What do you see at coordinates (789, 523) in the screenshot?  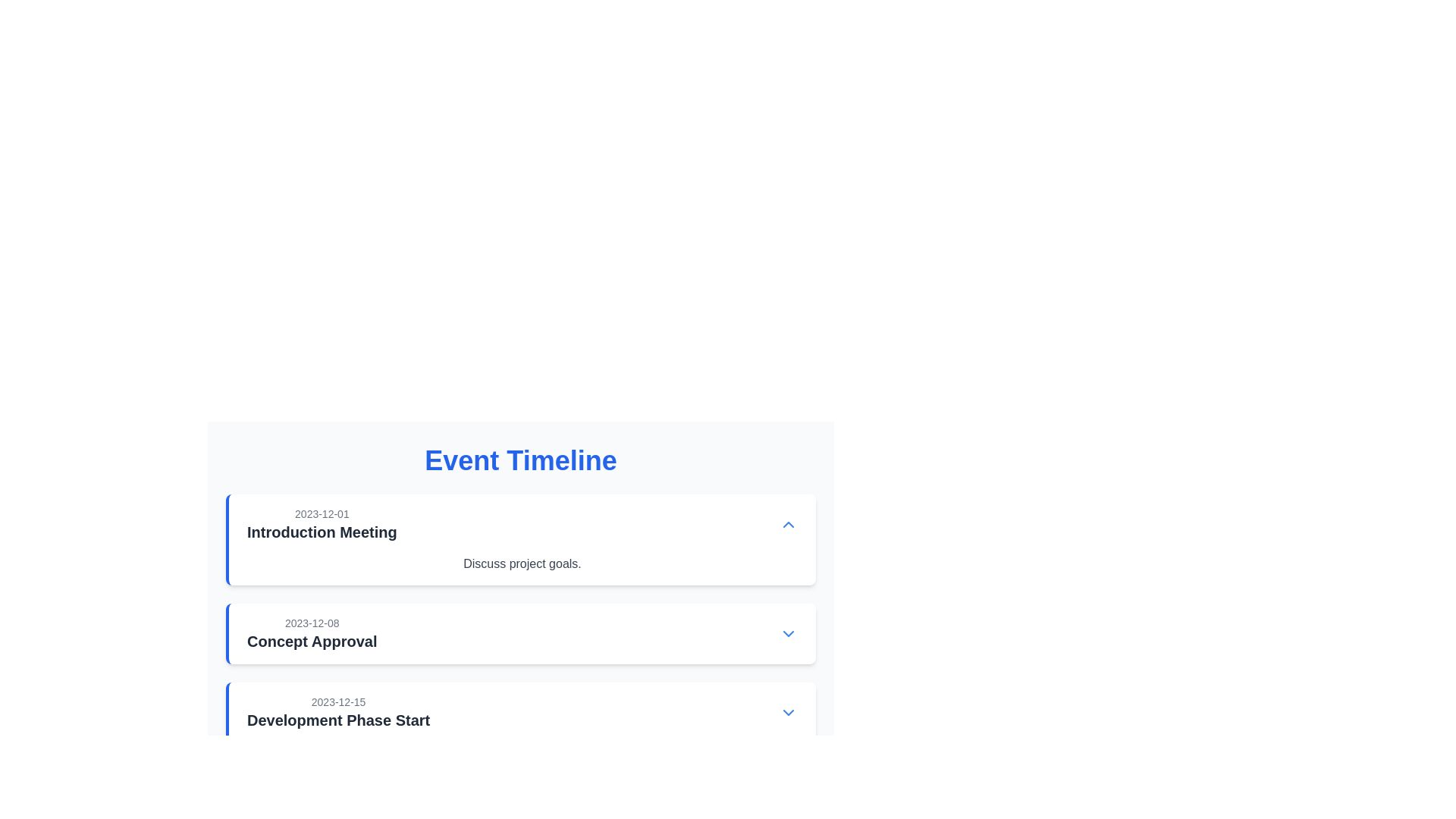 I see `the toggle button at the far right of the 'Introduction Meeting' section` at bounding box center [789, 523].